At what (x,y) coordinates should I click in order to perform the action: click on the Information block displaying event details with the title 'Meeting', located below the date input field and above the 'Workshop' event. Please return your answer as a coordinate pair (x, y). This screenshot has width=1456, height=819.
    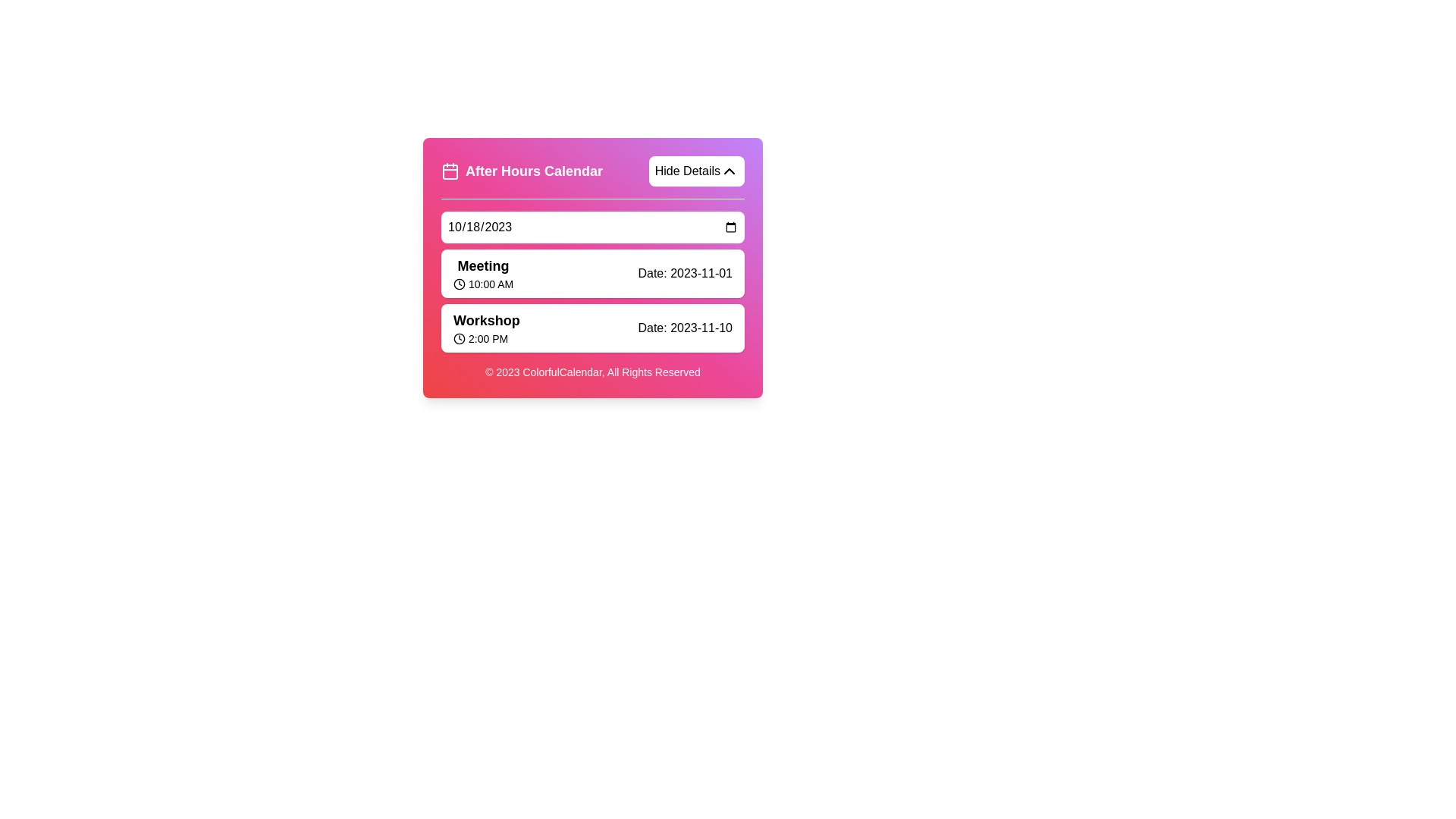
    Looking at the image, I should click on (592, 274).